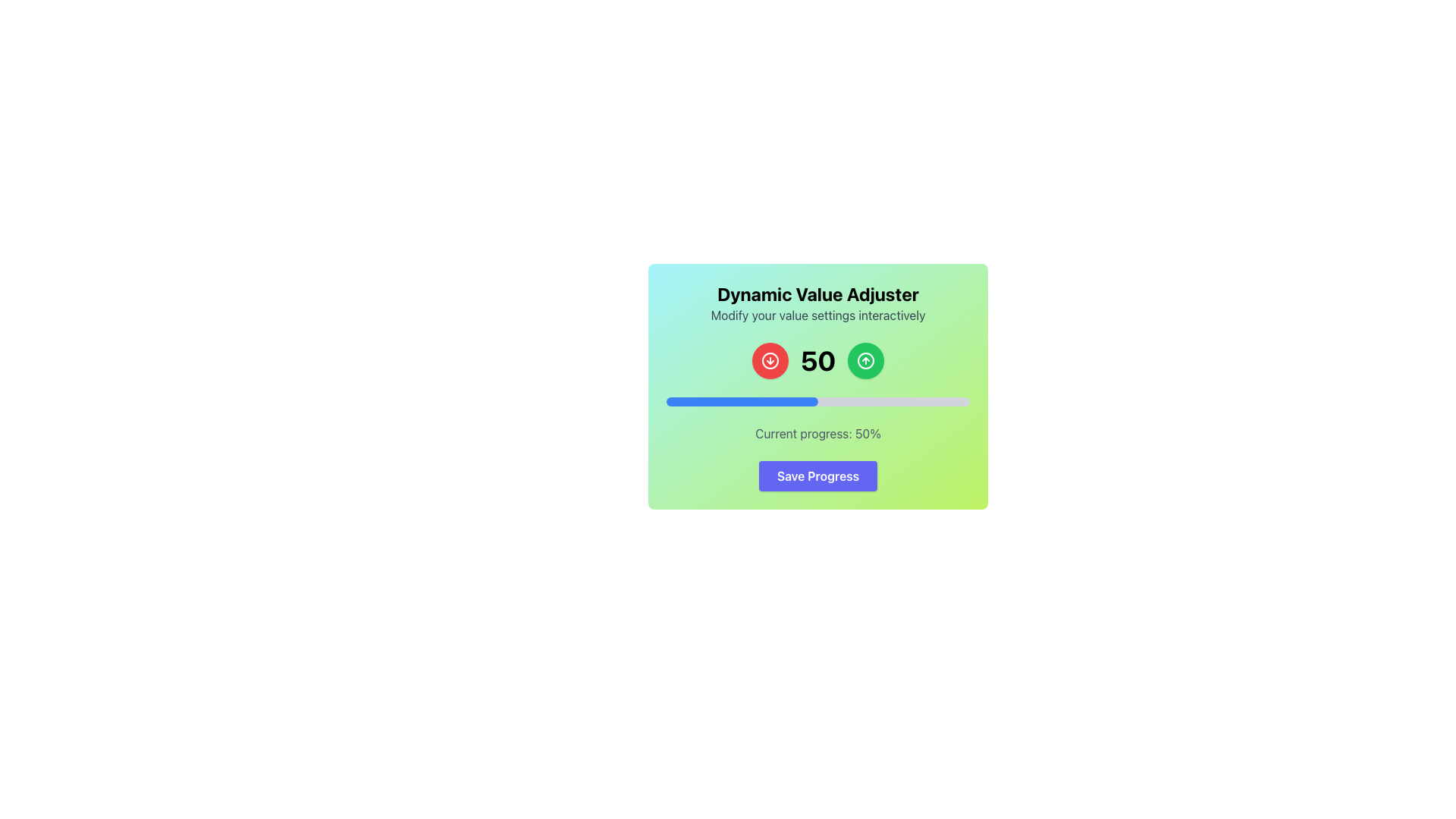 This screenshot has width=1456, height=819. I want to click on the horizontal progress bar that is styled with a gray background and has a blue filled portion representing 50% progress, located just below the numerical indicator '50', so click(817, 400).